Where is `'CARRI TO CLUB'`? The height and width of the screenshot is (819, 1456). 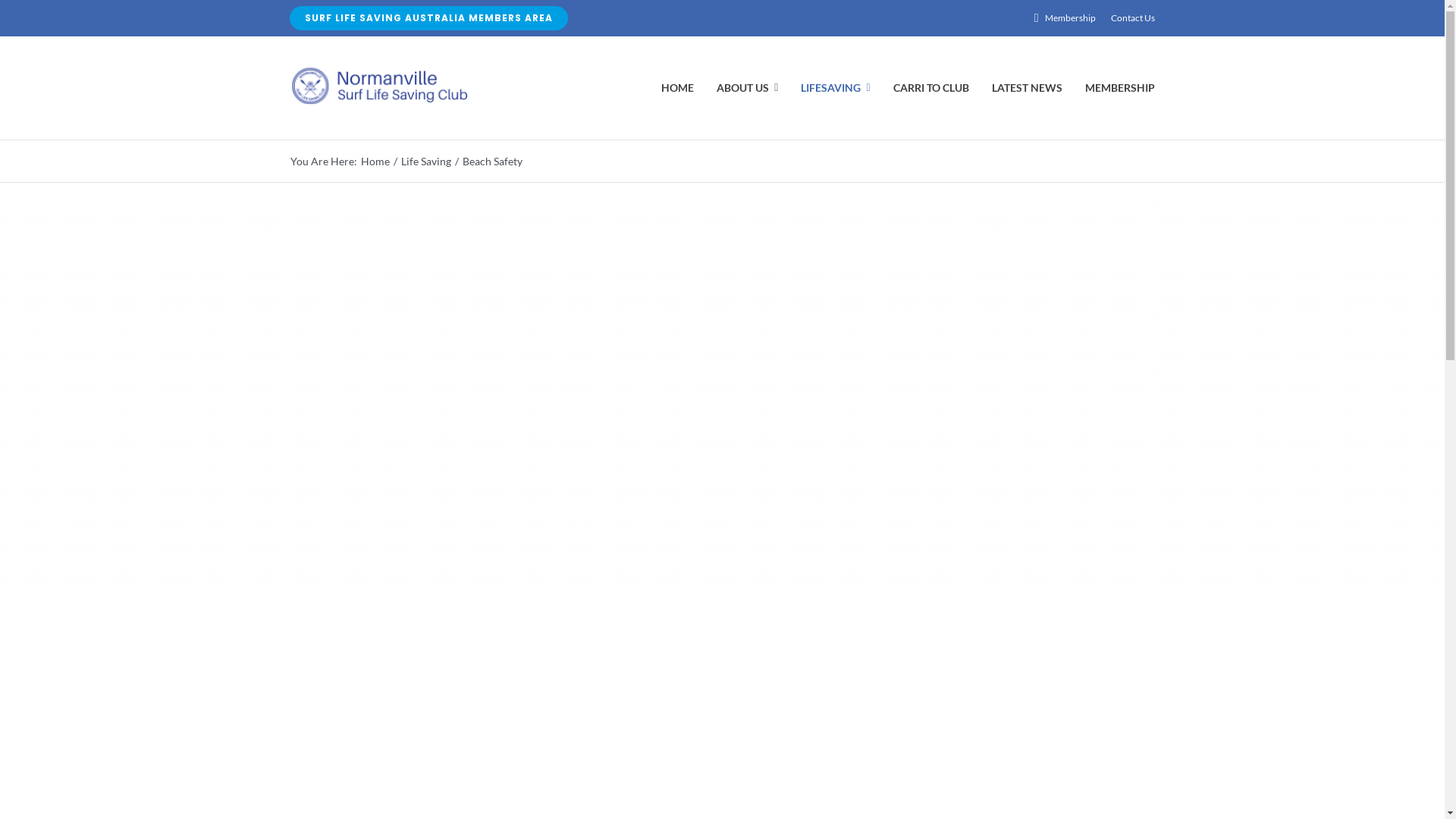 'CARRI TO CLUB' is located at coordinates (930, 87).